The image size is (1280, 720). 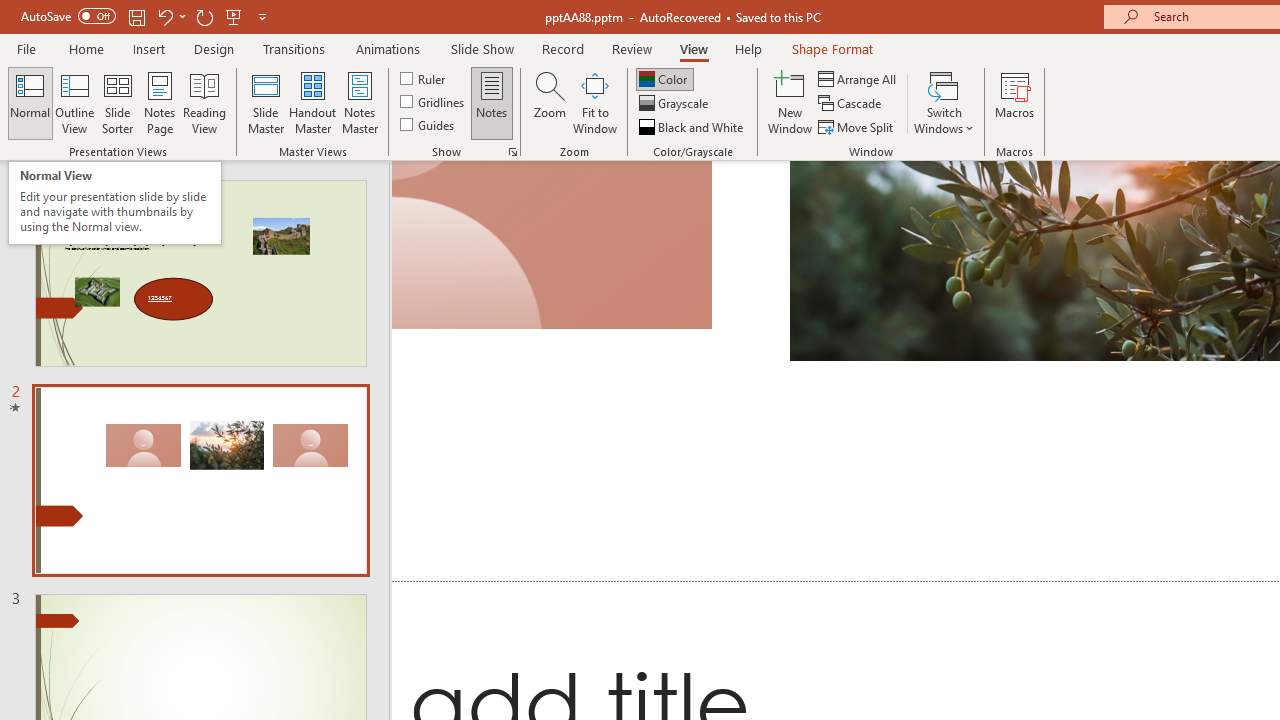 I want to click on 'Arrange All', so click(x=858, y=78).